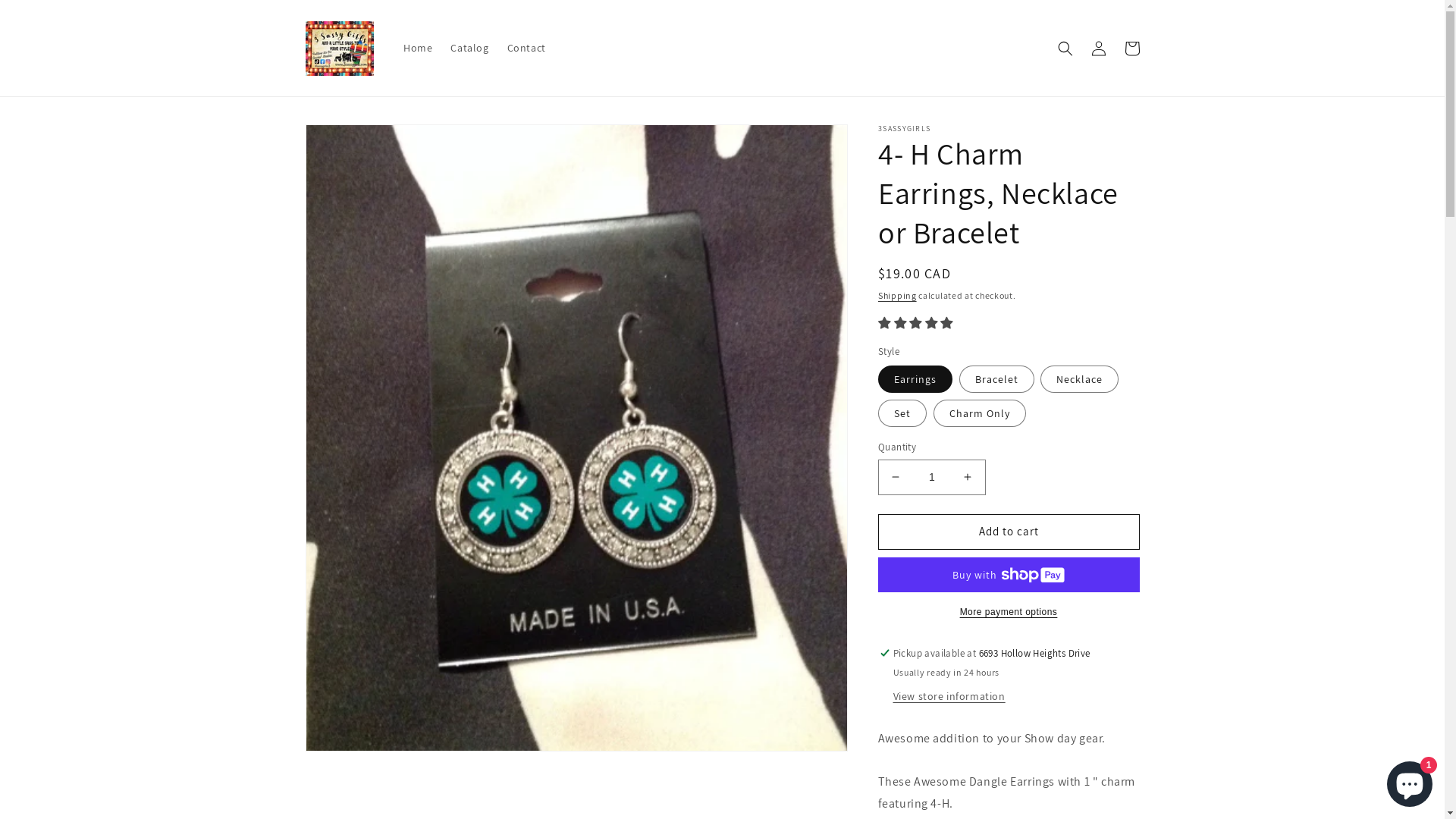 The image size is (1456, 819). Describe the element at coordinates (418, 46) in the screenshot. I see `'Home'` at that location.